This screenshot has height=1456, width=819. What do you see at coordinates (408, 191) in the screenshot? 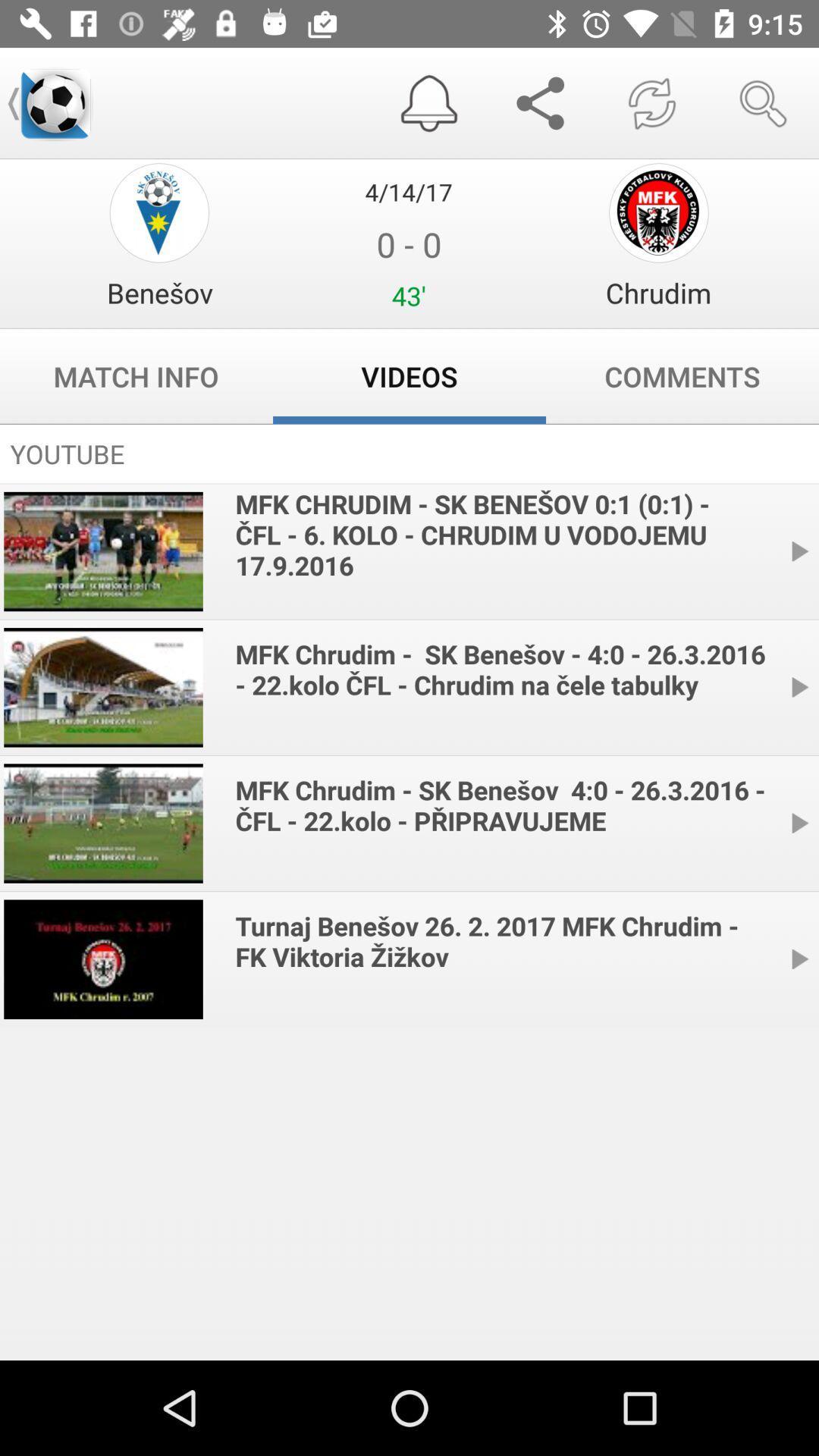
I see `4/14/17 item` at bounding box center [408, 191].